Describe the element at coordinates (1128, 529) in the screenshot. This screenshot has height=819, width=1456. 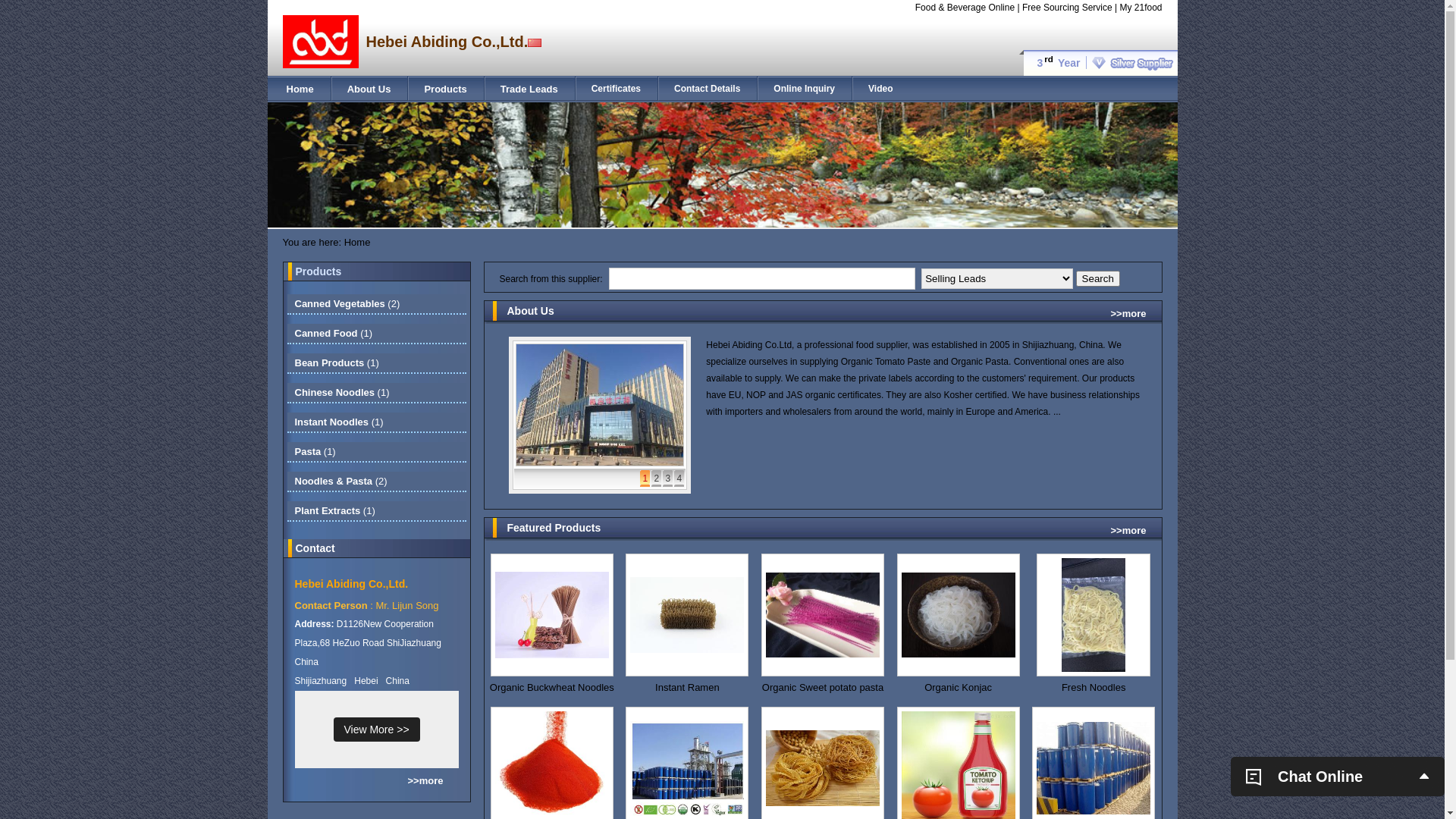
I see `'>>more'` at that location.